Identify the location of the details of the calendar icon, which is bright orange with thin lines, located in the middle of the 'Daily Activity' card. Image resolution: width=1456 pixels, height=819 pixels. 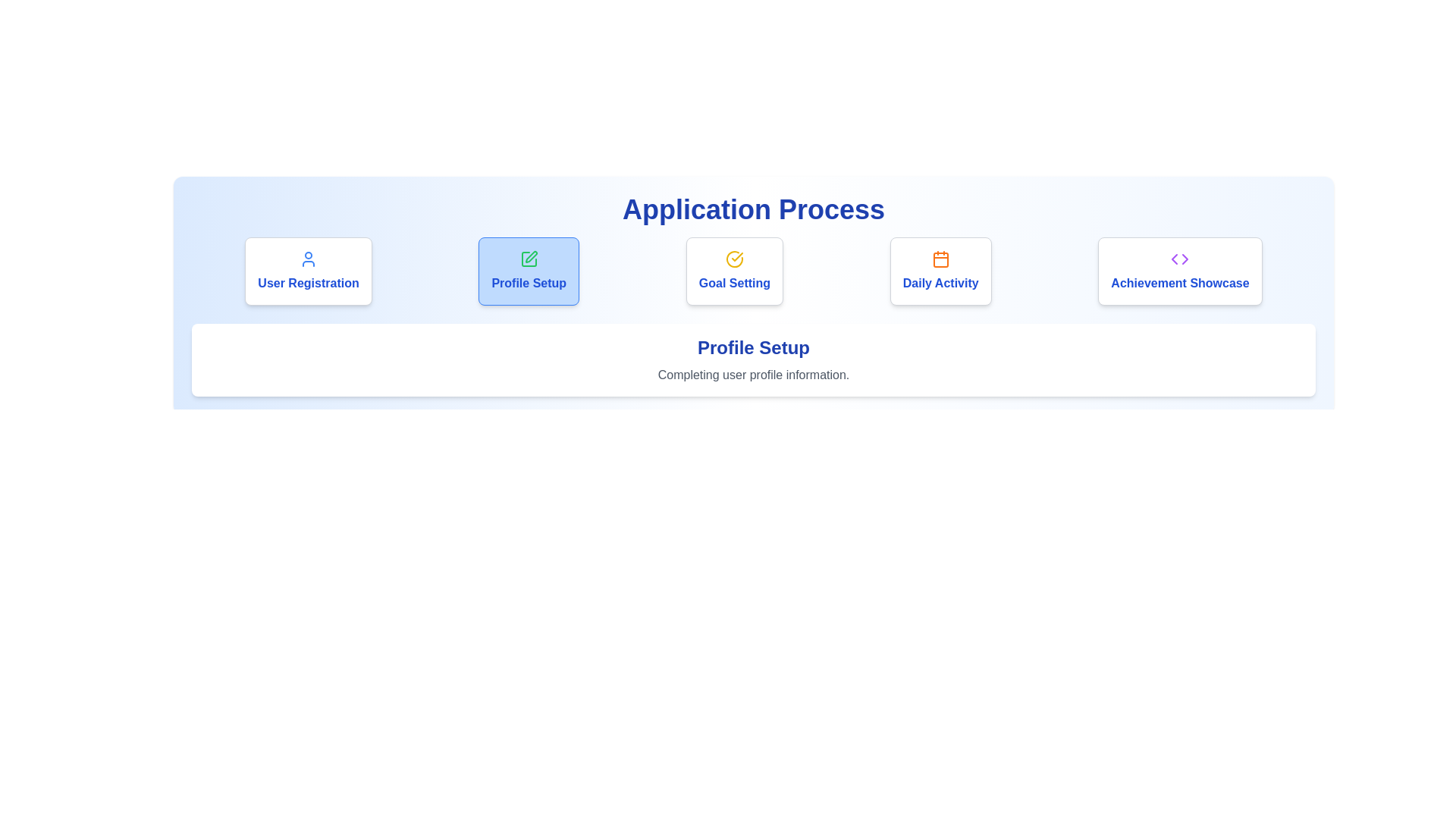
(940, 259).